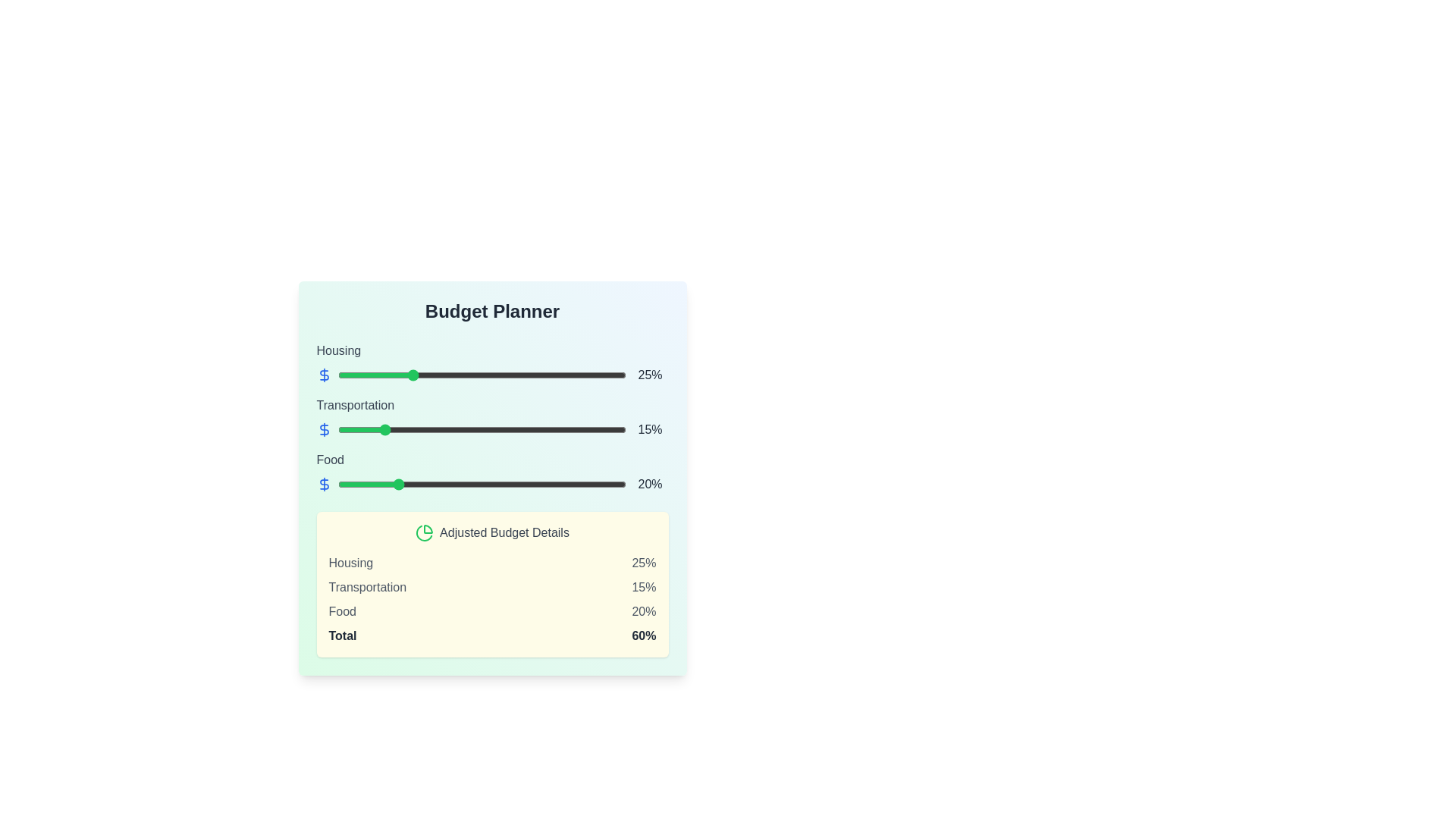 Image resolution: width=1456 pixels, height=819 pixels. What do you see at coordinates (650, 485) in the screenshot?
I see `the non-interactive 'Food' percentage label displaying '20%' at the end of the horizontal slider for budget adjustments` at bounding box center [650, 485].